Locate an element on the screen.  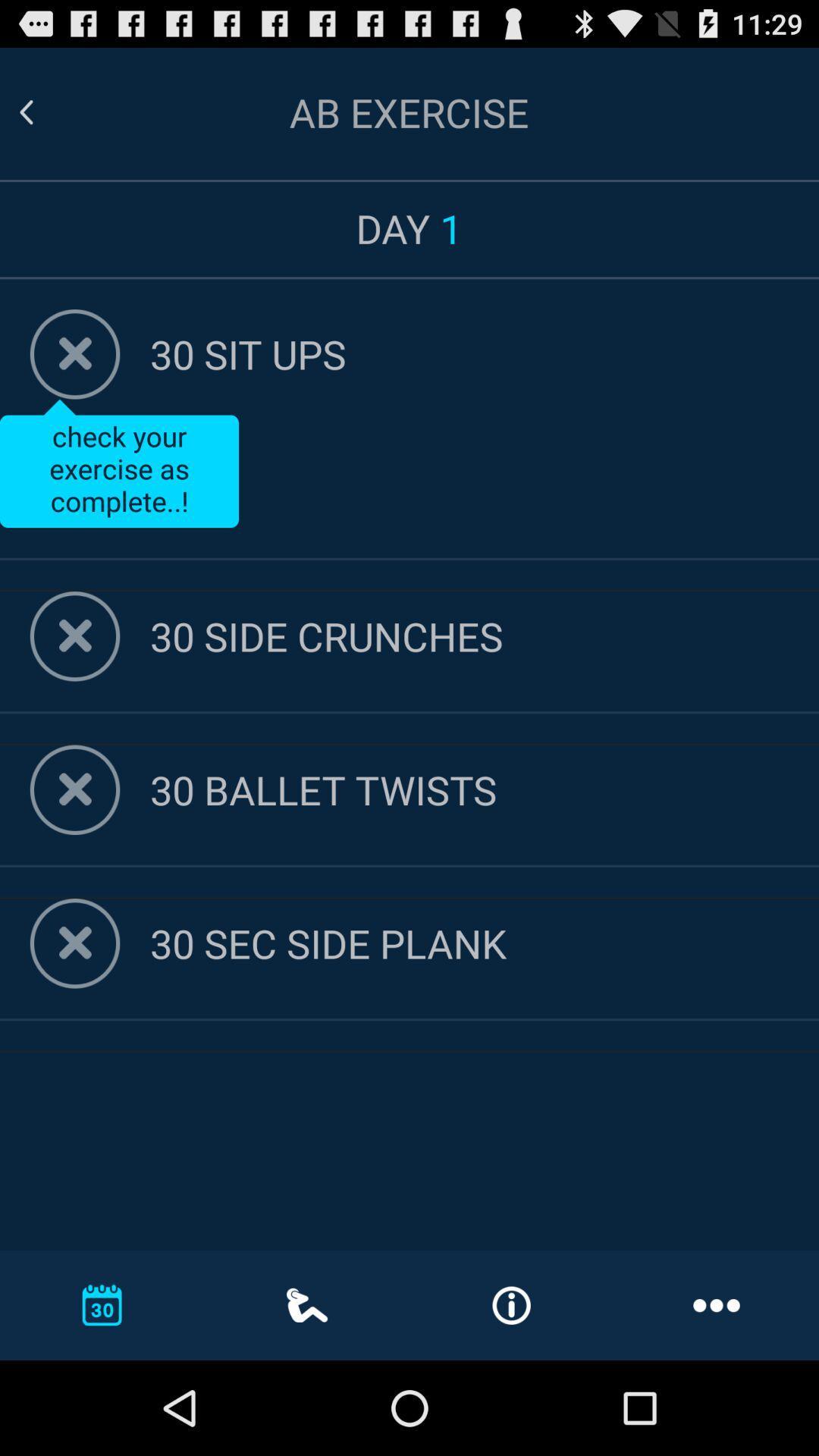
go back is located at coordinates (75, 789).